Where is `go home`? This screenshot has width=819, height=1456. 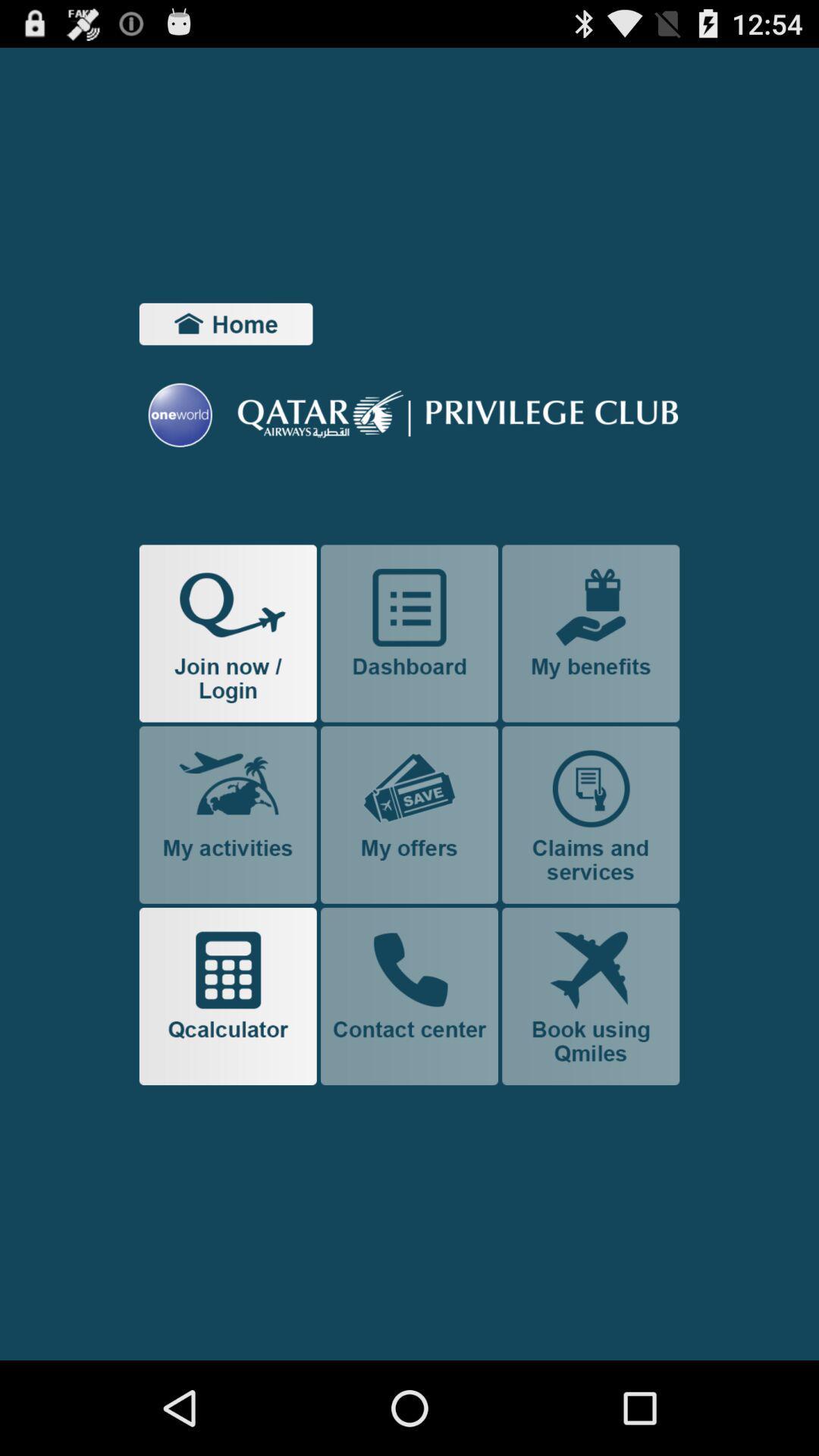
go home is located at coordinates (226, 323).